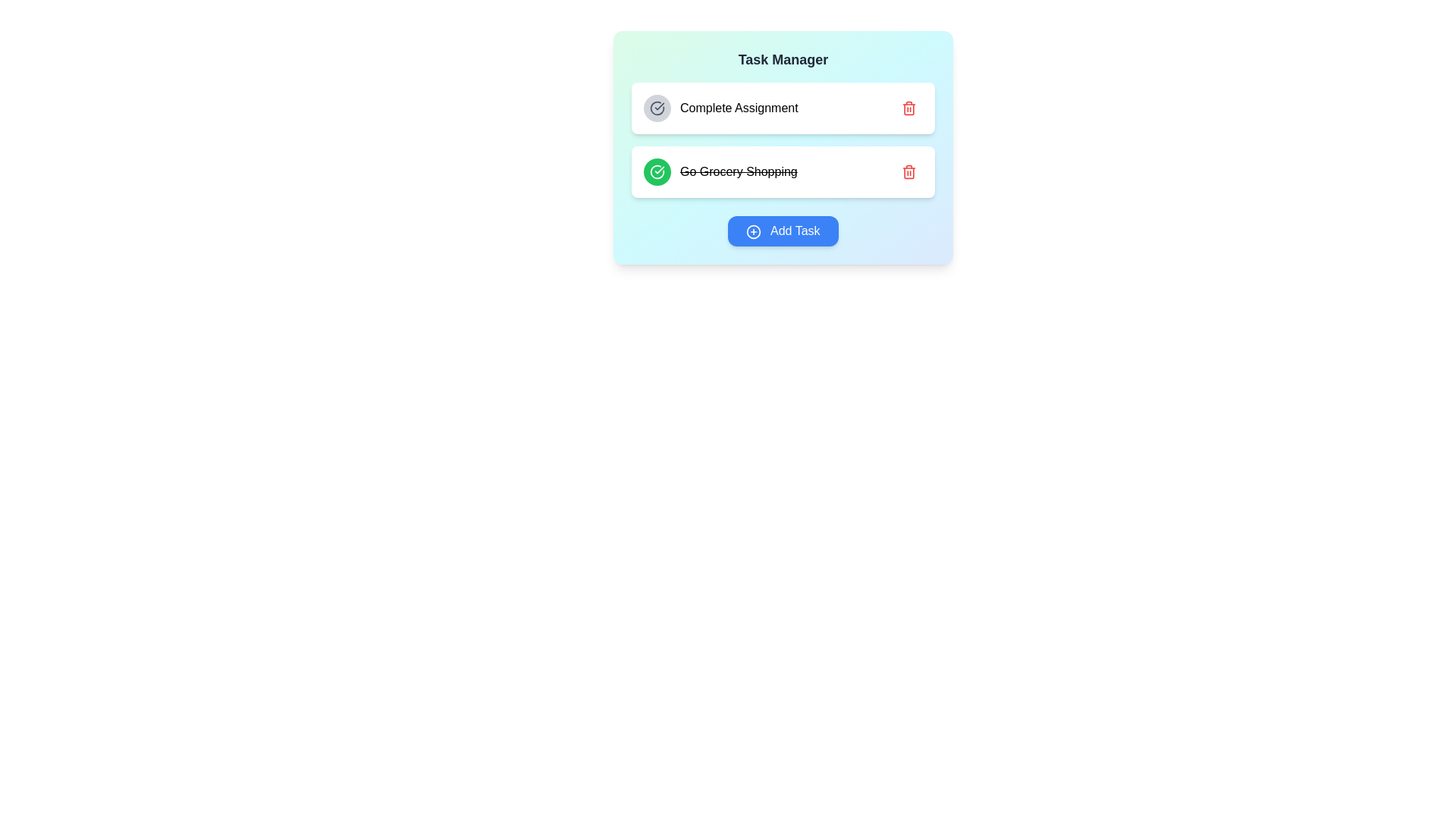 The width and height of the screenshot is (1456, 819). What do you see at coordinates (657, 171) in the screenshot?
I see `the circular green button with a white checkmark icon next to the 'Go Grocery Shopping' label to mark the task as completed` at bounding box center [657, 171].